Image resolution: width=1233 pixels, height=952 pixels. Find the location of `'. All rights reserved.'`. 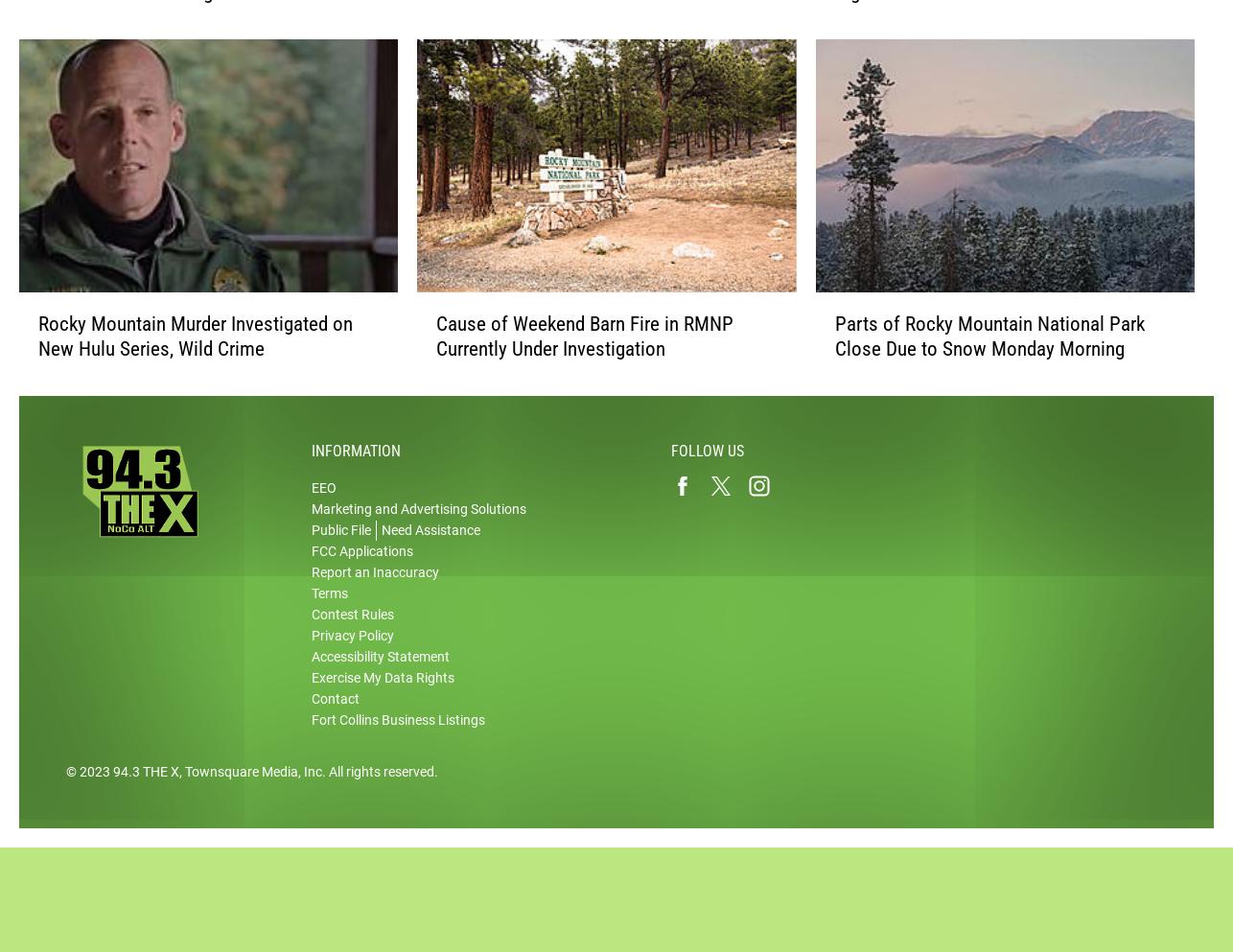

'. All rights reserved.' is located at coordinates (379, 791).